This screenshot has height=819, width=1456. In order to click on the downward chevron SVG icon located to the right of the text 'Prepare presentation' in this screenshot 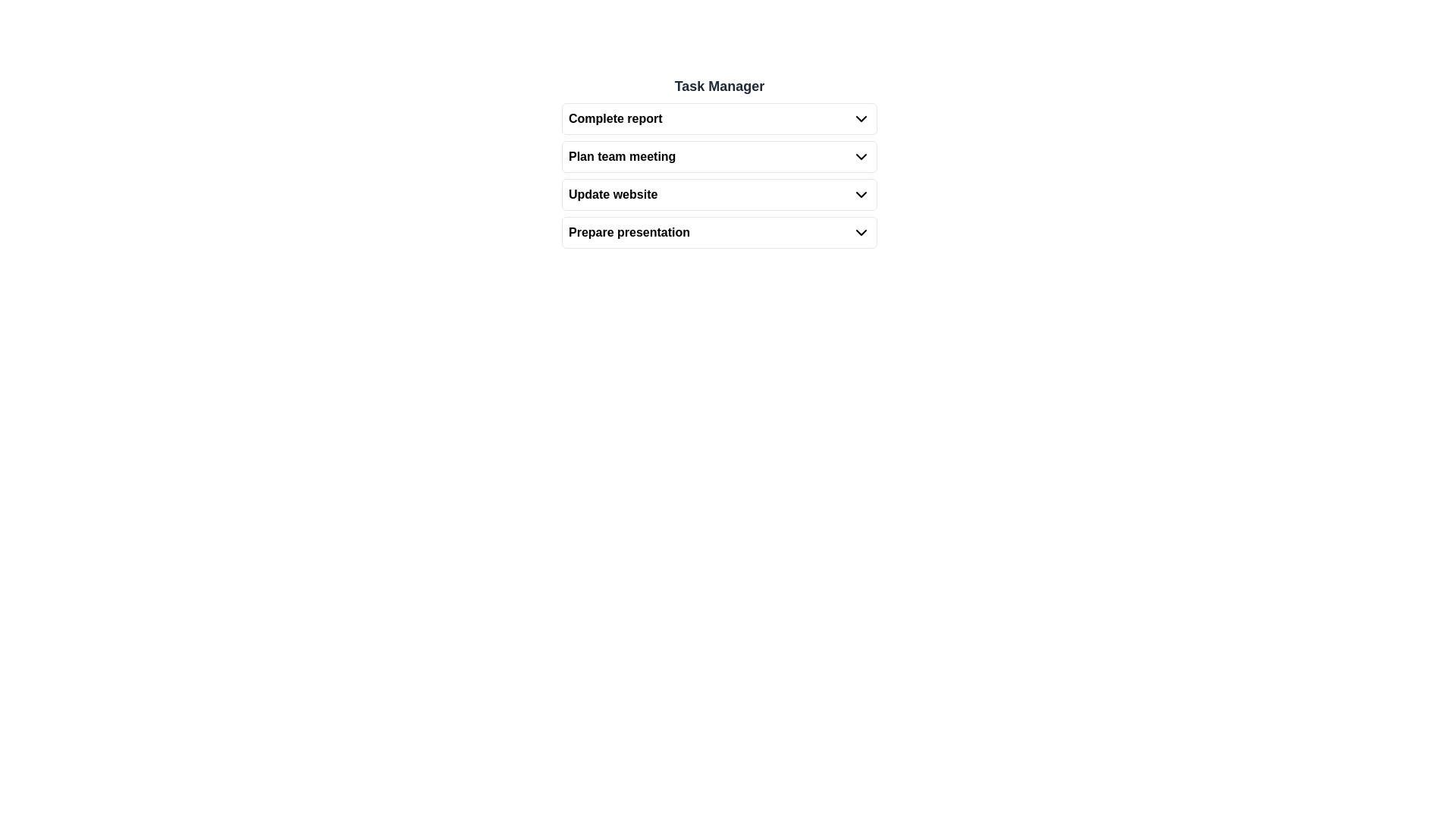, I will do `click(861, 233)`.